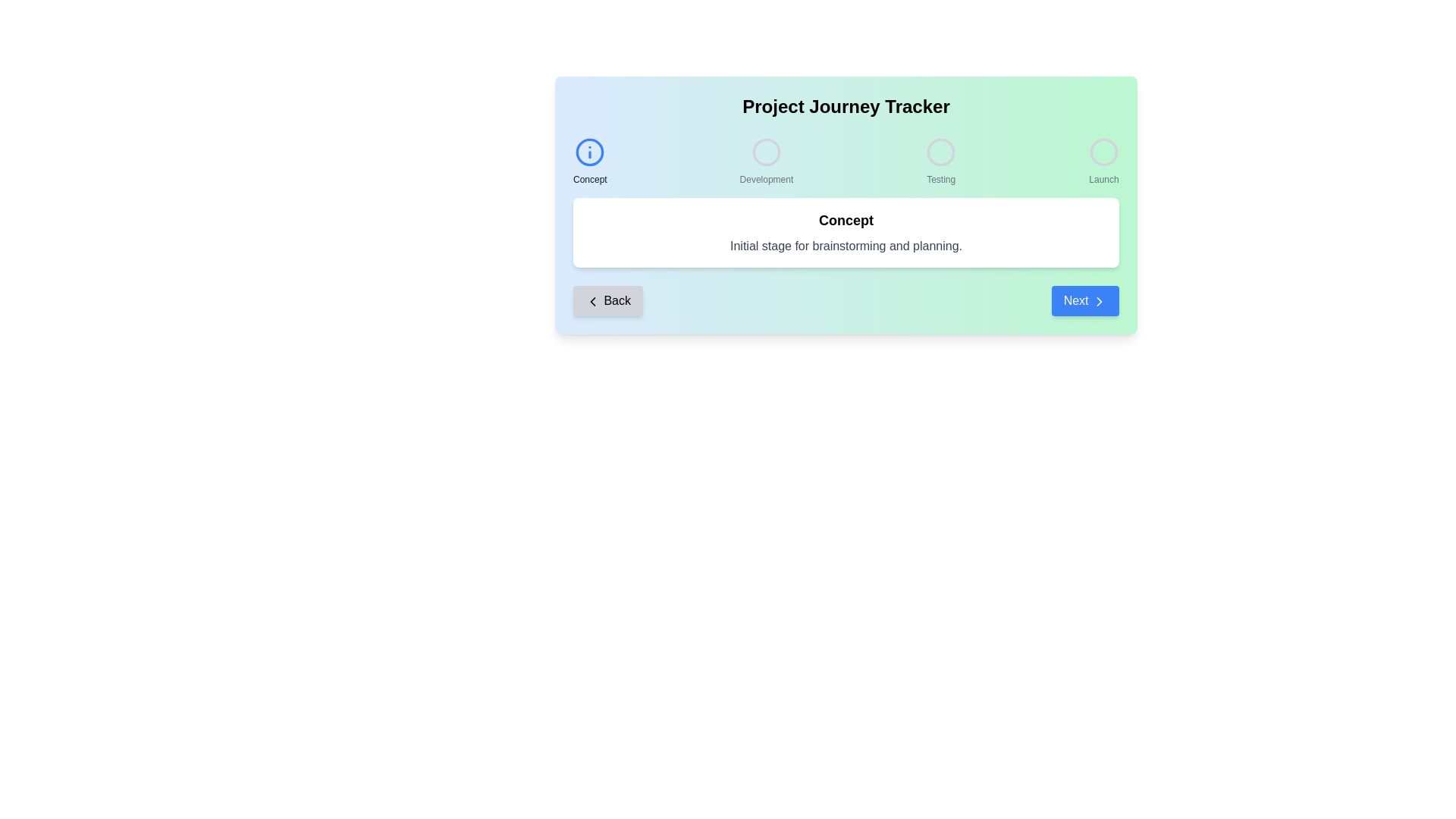 The image size is (1456, 819). What do you see at coordinates (846, 220) in the screenshot?
I see `the static text label indicating the stage 'Concept' located at the upper part of the card, which is positioned above the descriptive text 'Initial stage for brainstorming and planning.'` at bounding box center [846, 220].